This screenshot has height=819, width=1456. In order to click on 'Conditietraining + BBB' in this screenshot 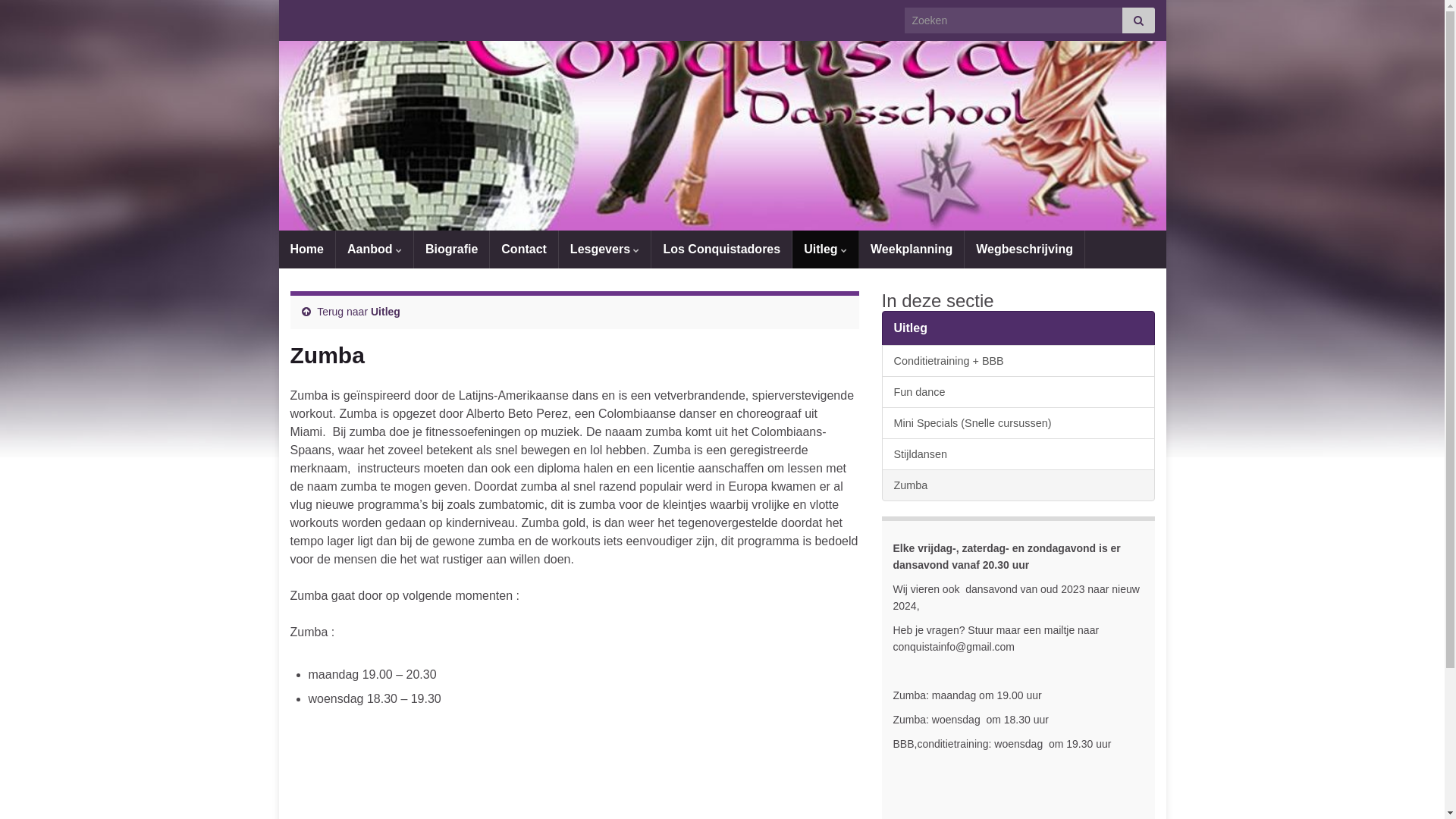, I will do `click(1018, 360)`.